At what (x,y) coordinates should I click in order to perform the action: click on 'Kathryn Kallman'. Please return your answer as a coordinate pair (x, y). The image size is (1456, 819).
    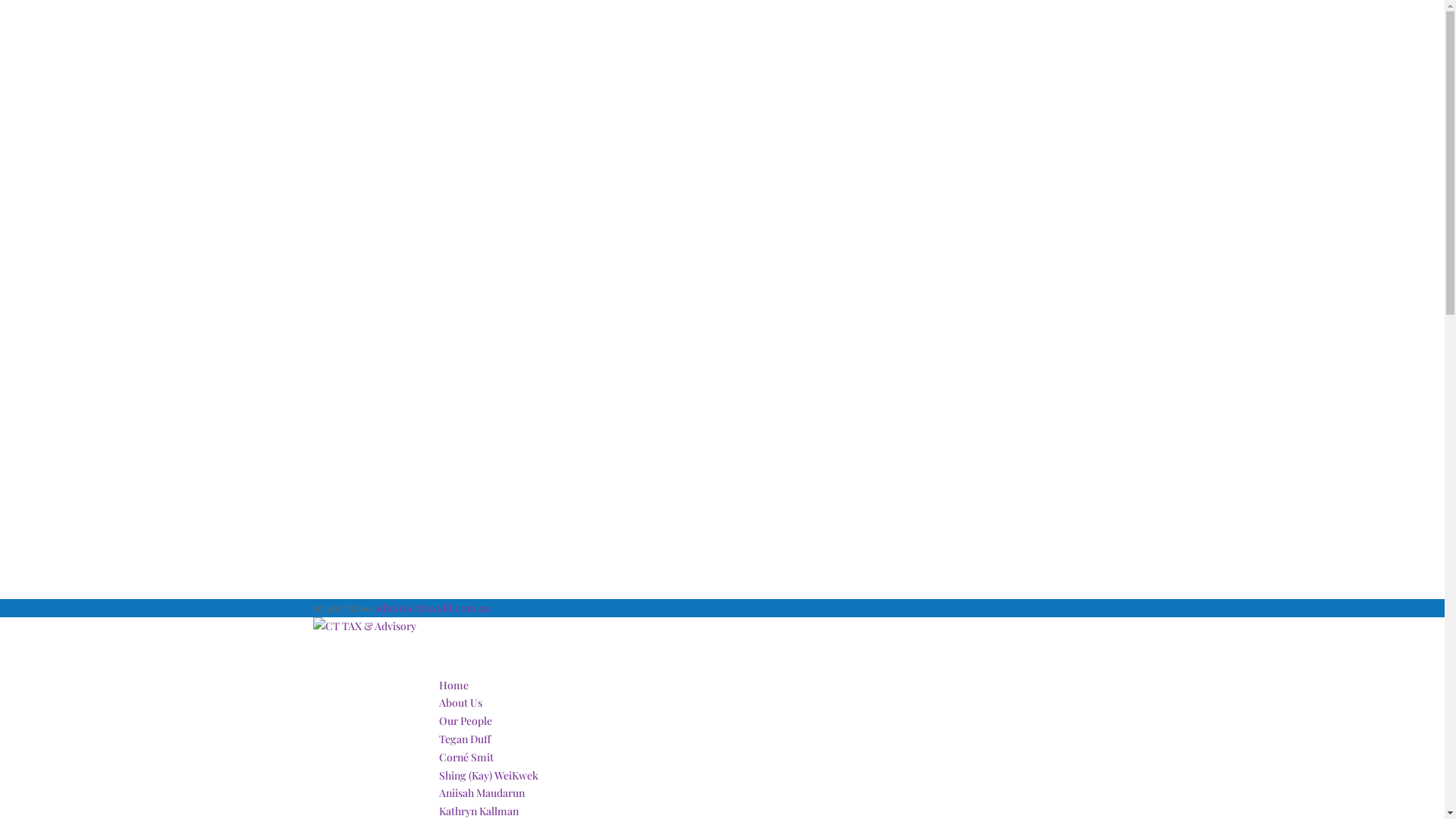
    Looking at the image, I should click on (477, 810).